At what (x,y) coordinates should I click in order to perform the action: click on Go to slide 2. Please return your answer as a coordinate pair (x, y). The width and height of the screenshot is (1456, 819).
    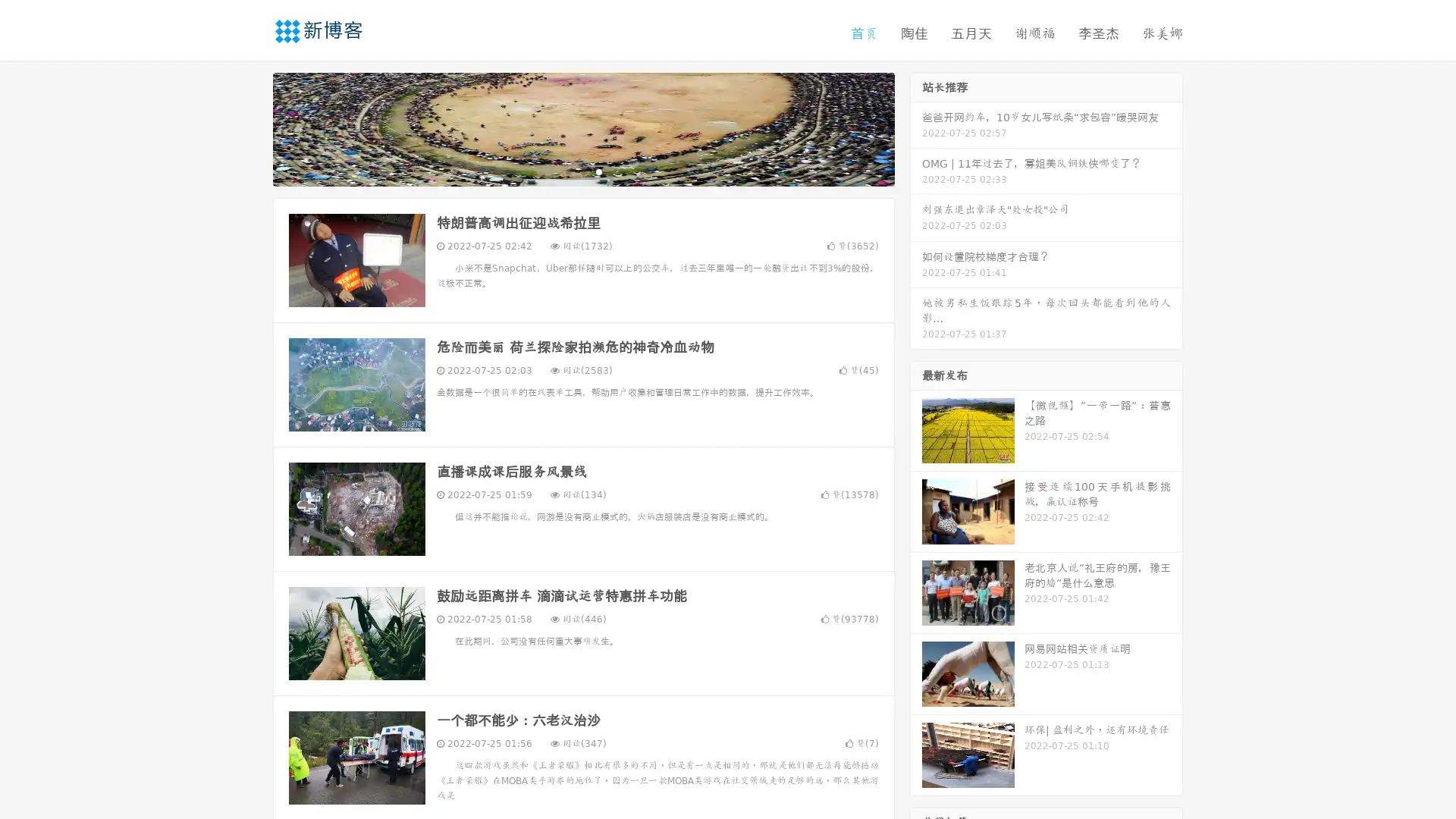
    Looking at the image, I should click on (582, 171).